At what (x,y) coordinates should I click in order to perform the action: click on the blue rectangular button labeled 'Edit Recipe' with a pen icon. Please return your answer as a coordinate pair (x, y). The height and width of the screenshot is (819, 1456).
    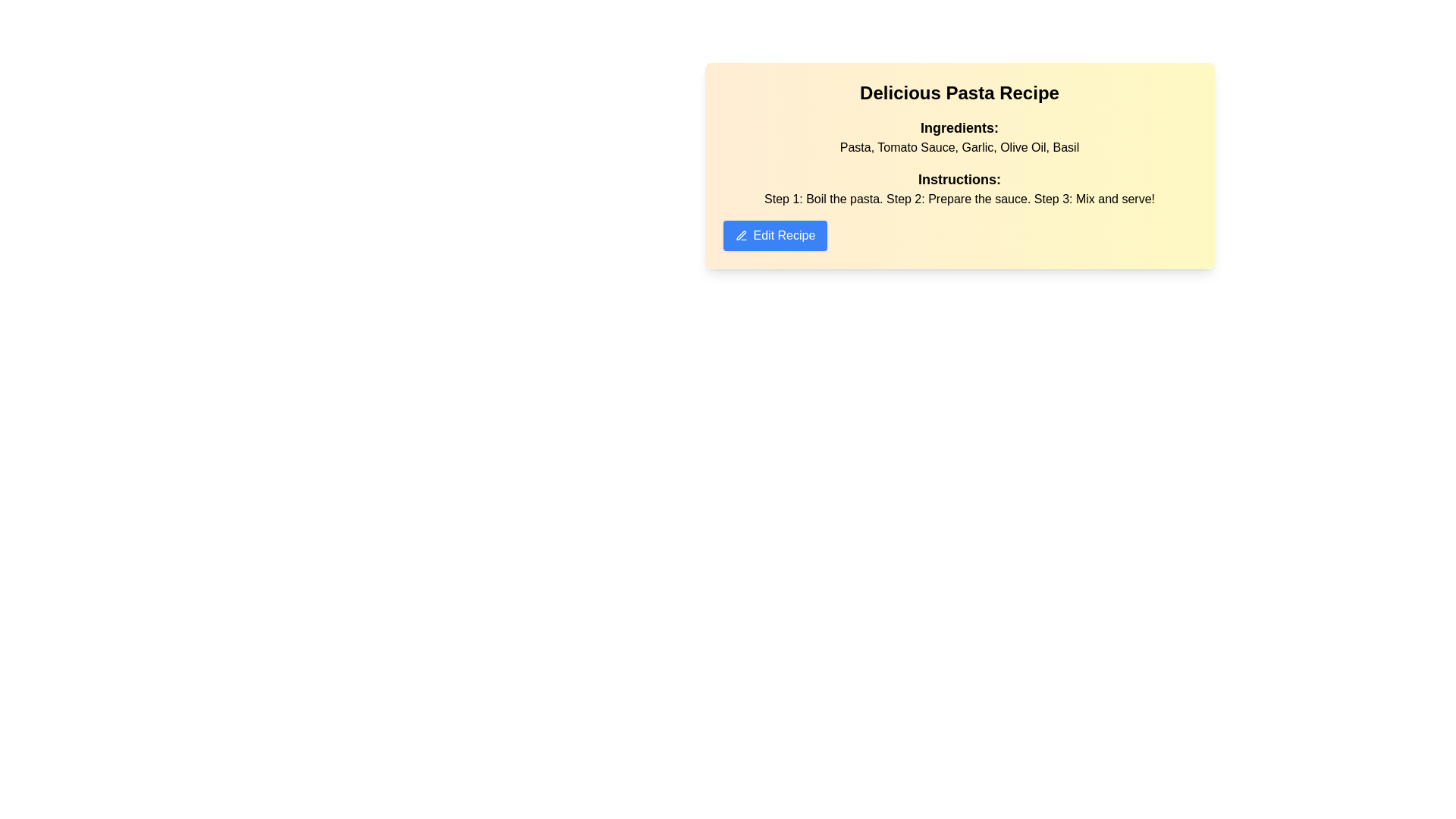
    Looking at the image, I should click on (775, 236).